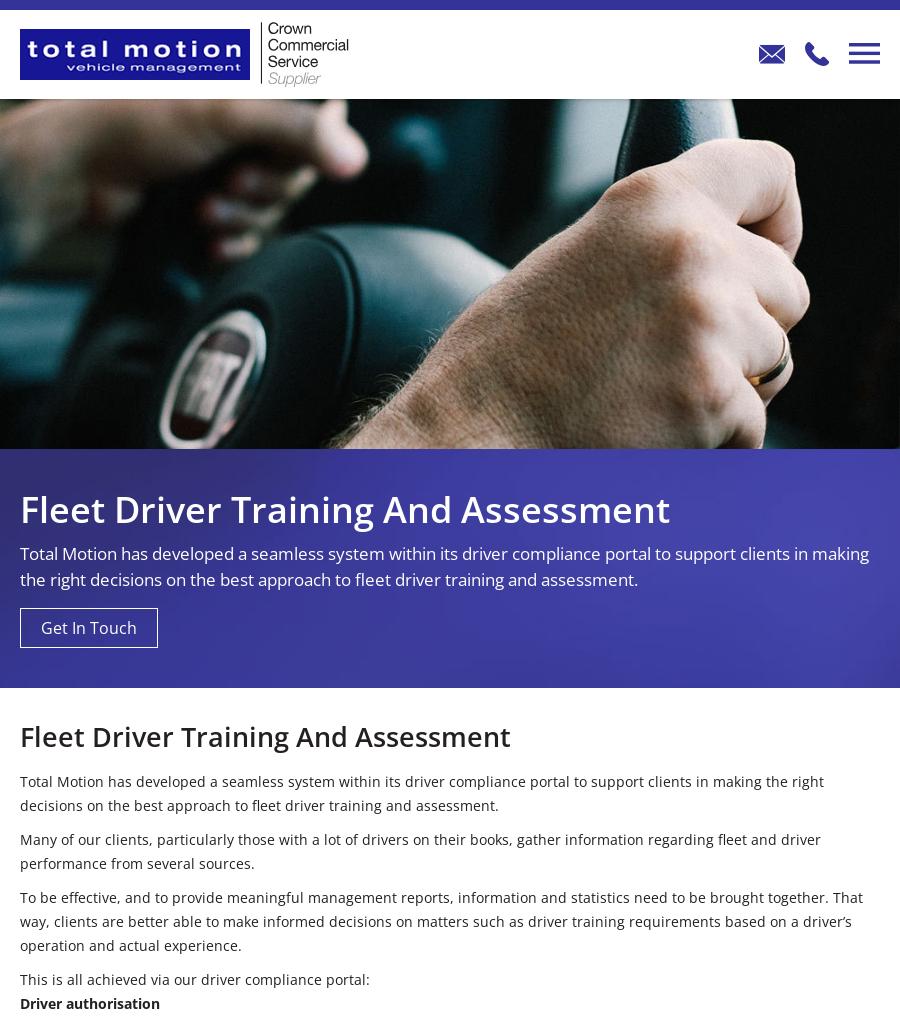 The height and width of the screenshot is (1017, 900). Describe the element at coordinates (449, 839) in the screenshot. I see `'Comms Hub'` at that location.